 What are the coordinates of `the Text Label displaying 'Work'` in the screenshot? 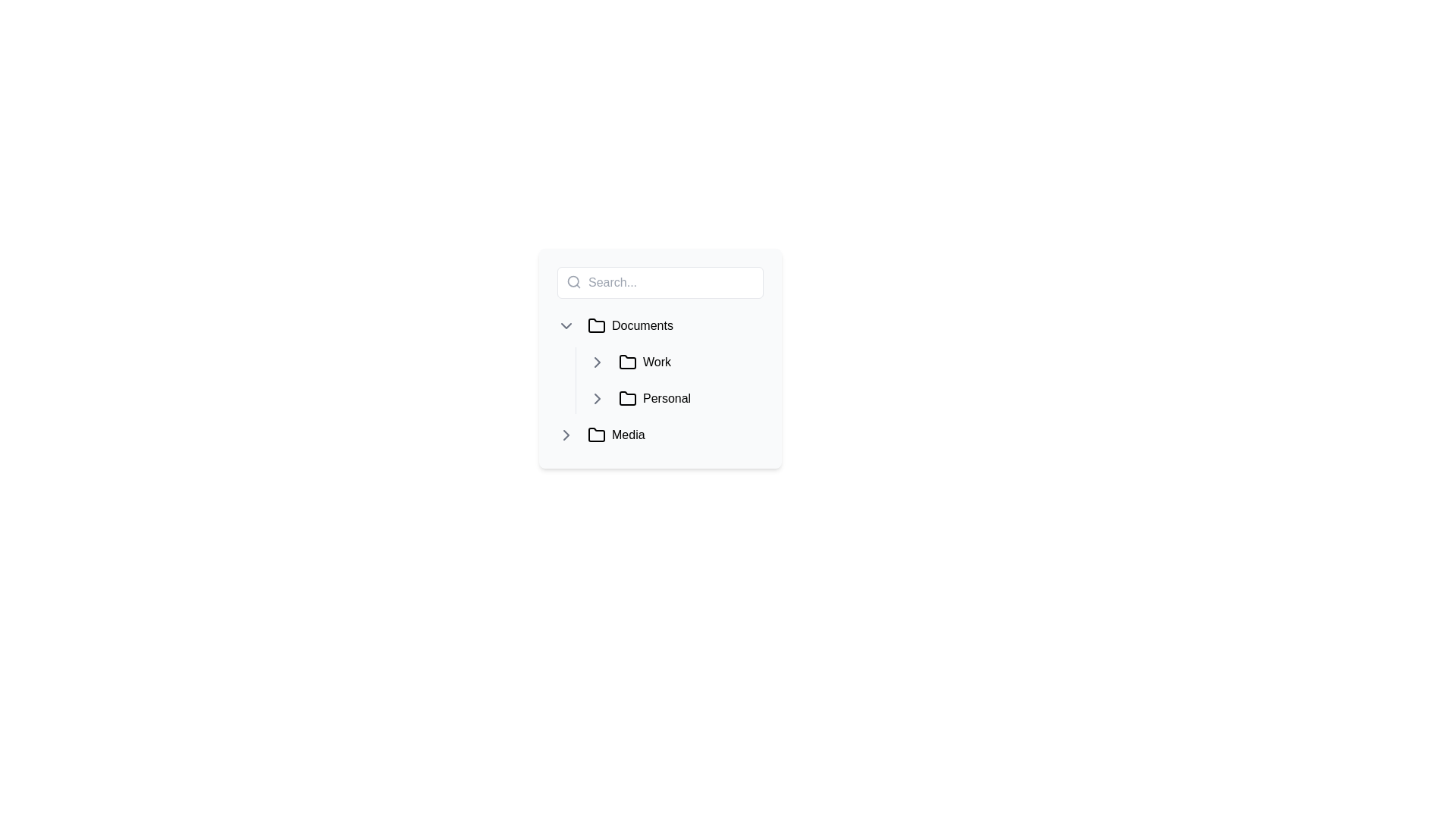 It's located at (657, 362).